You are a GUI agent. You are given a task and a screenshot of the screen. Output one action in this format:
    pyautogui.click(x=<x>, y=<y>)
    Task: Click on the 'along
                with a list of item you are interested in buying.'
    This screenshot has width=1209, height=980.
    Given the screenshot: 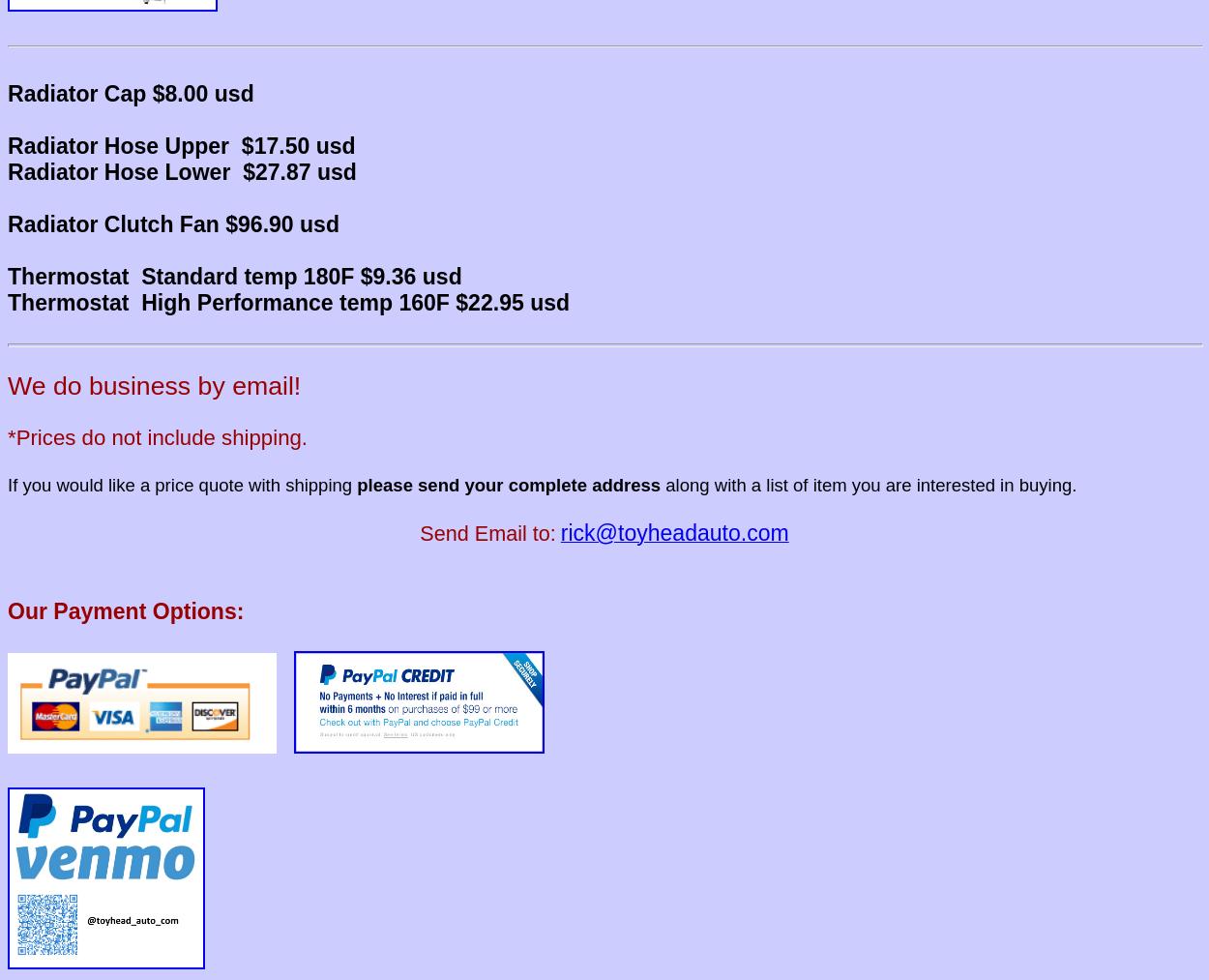 What is the action you would take?
    pyautogui.click(x=870, y=483)
    